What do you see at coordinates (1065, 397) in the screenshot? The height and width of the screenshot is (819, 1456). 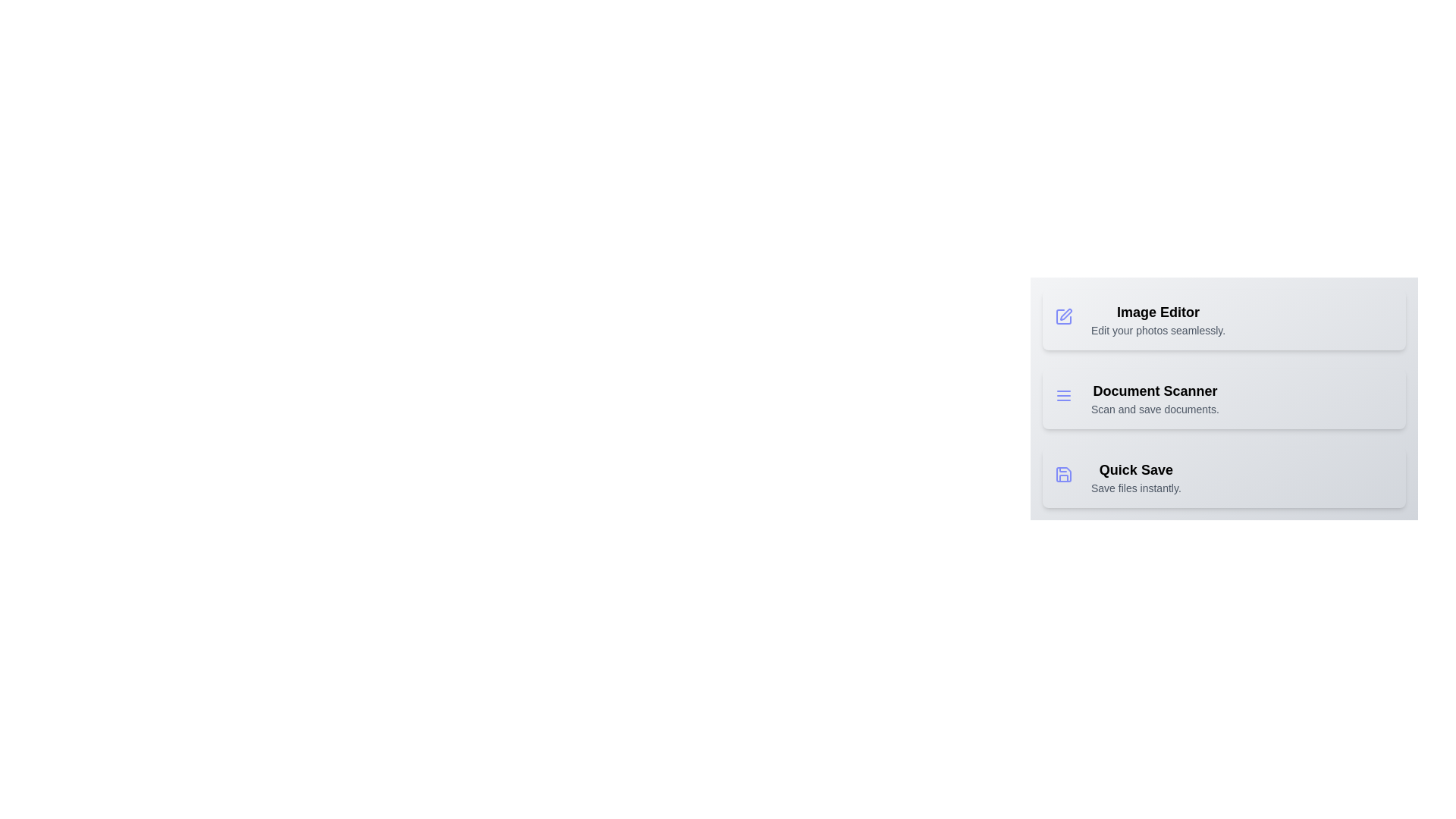 I see `the icon of the item Document Scanner to examine it` at bounding box center [1065, 397].